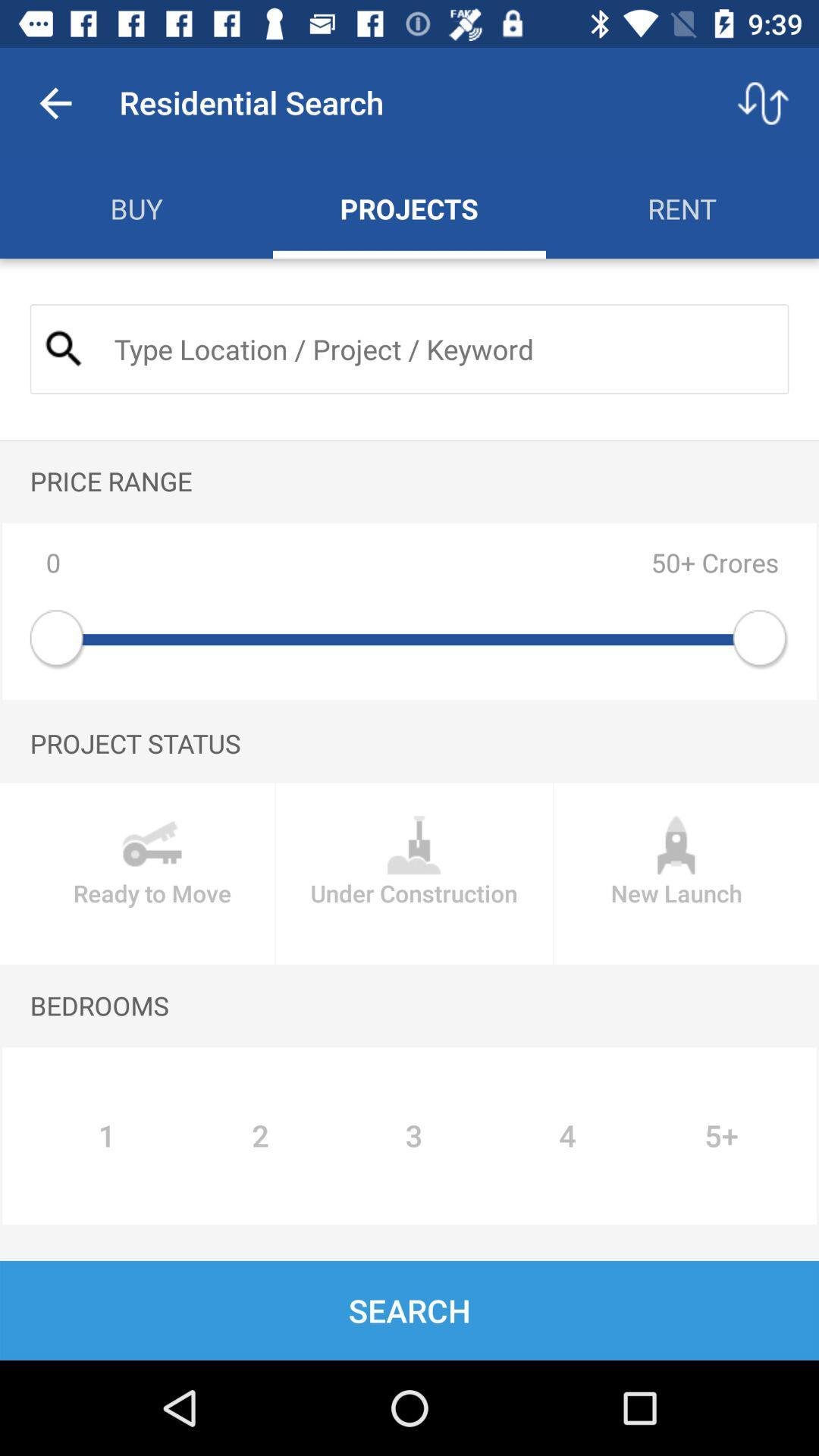 The height and width of the screenshot is (1456, 819). What do you see at coordinates (55, 102) in the screenshot?
I see `icon above the buy item` at bounding box center [55, 102].